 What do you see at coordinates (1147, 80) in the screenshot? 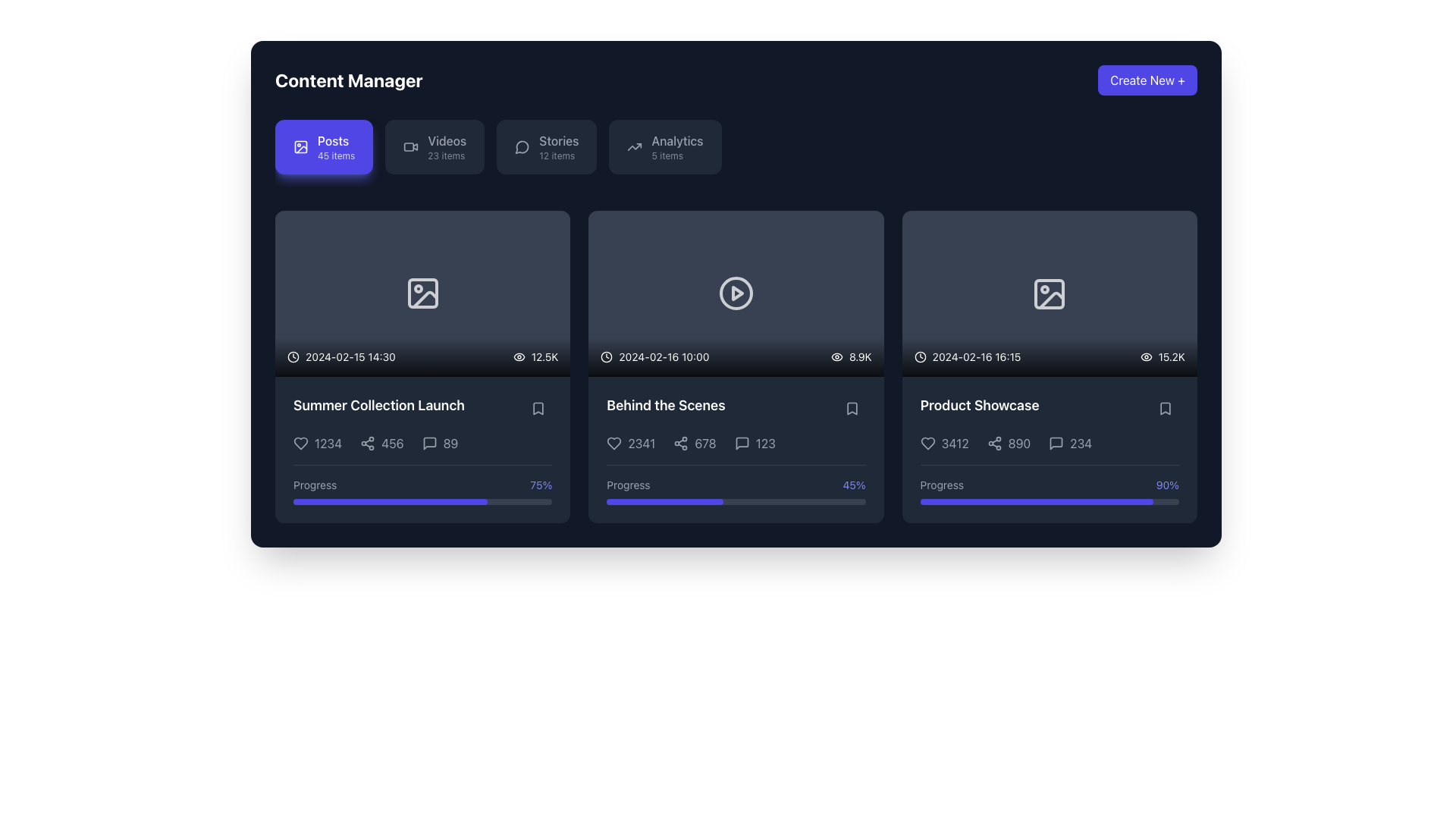
I see `the 'Create New +' button with a blue background and white text` at bounding box center [1147, 80].